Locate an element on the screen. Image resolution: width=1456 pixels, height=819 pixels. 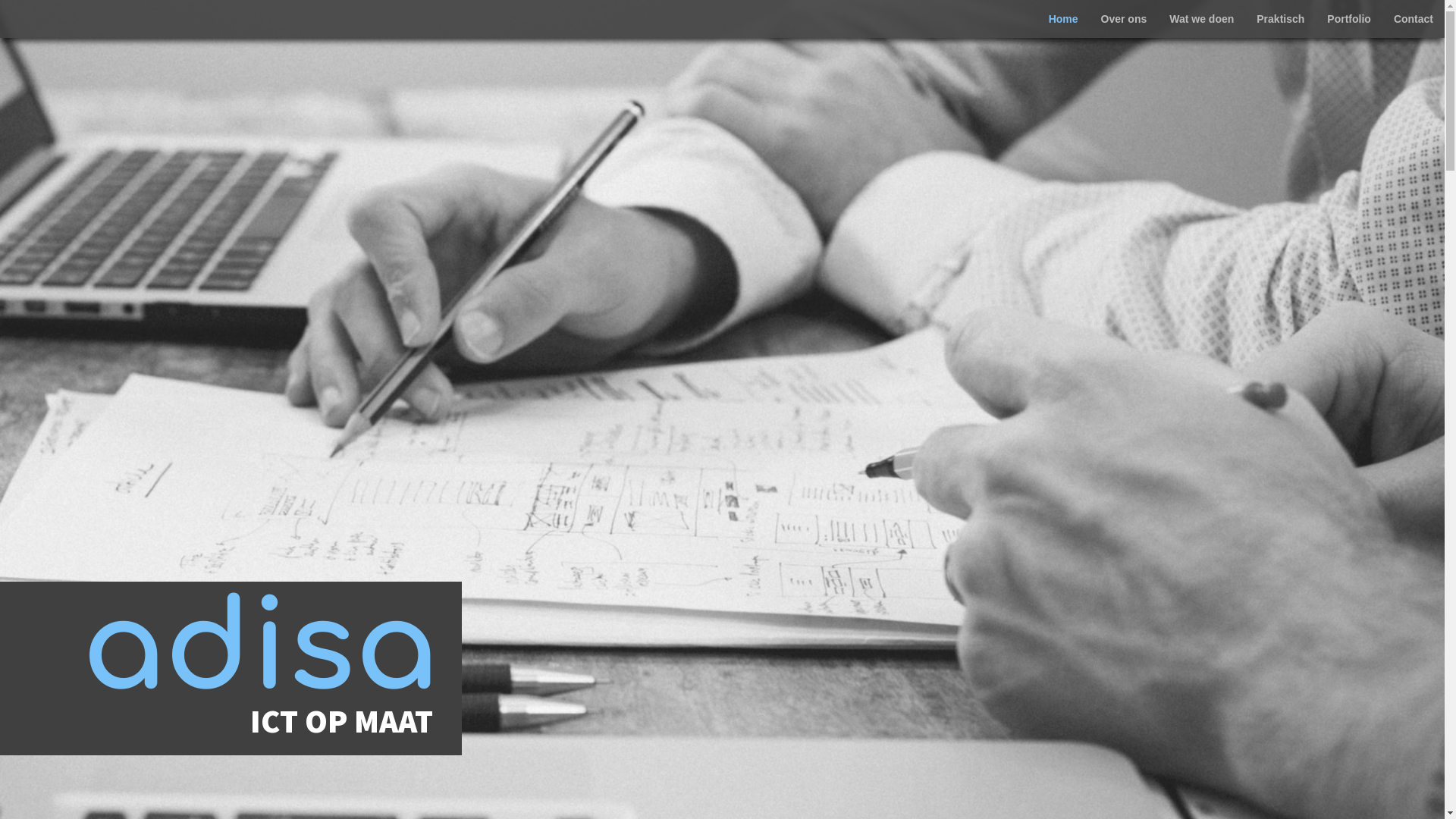
'Portfolio' is located at coordinates (1314, 18).